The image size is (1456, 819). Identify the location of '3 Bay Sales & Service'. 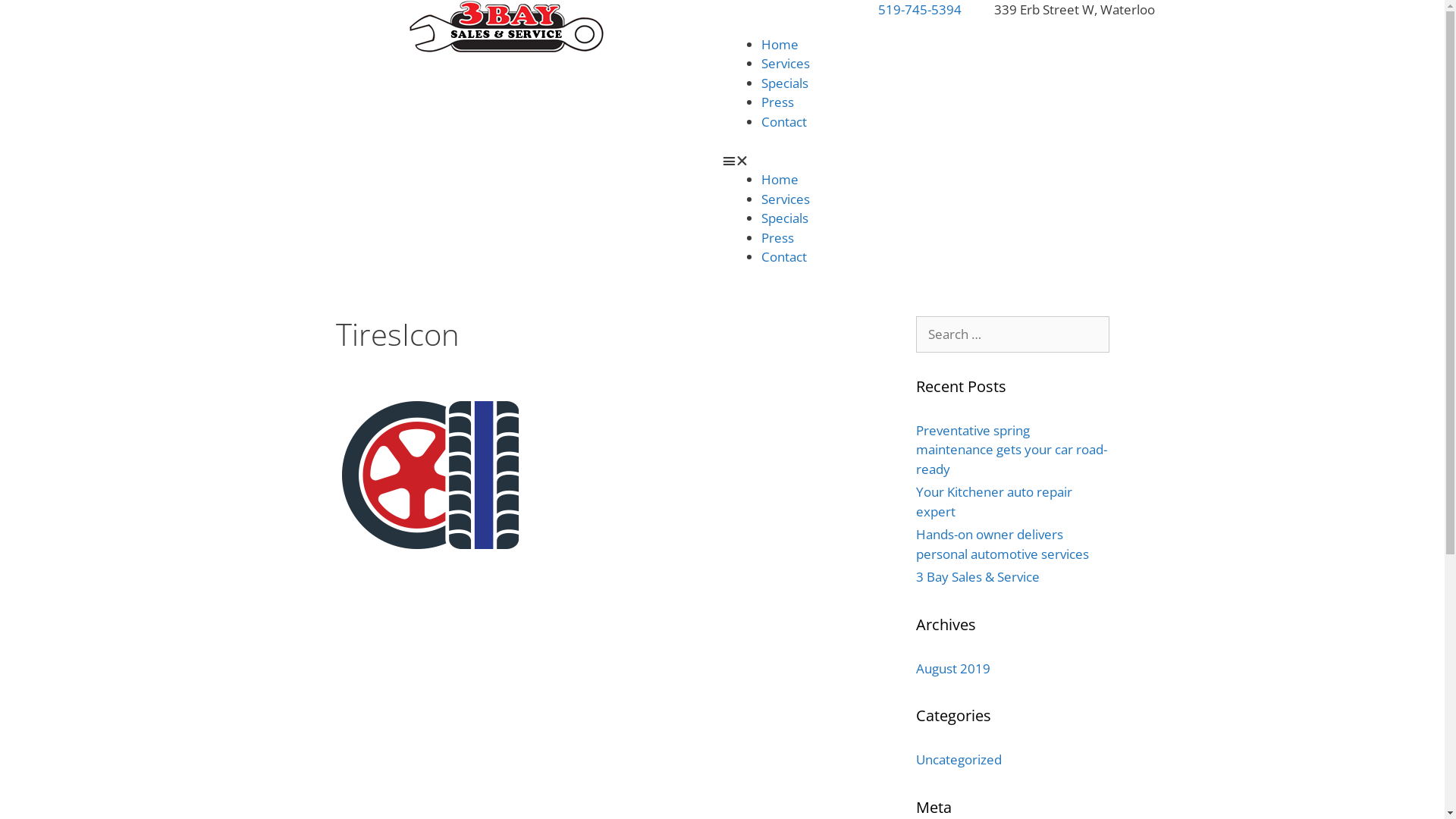
(977, 576).